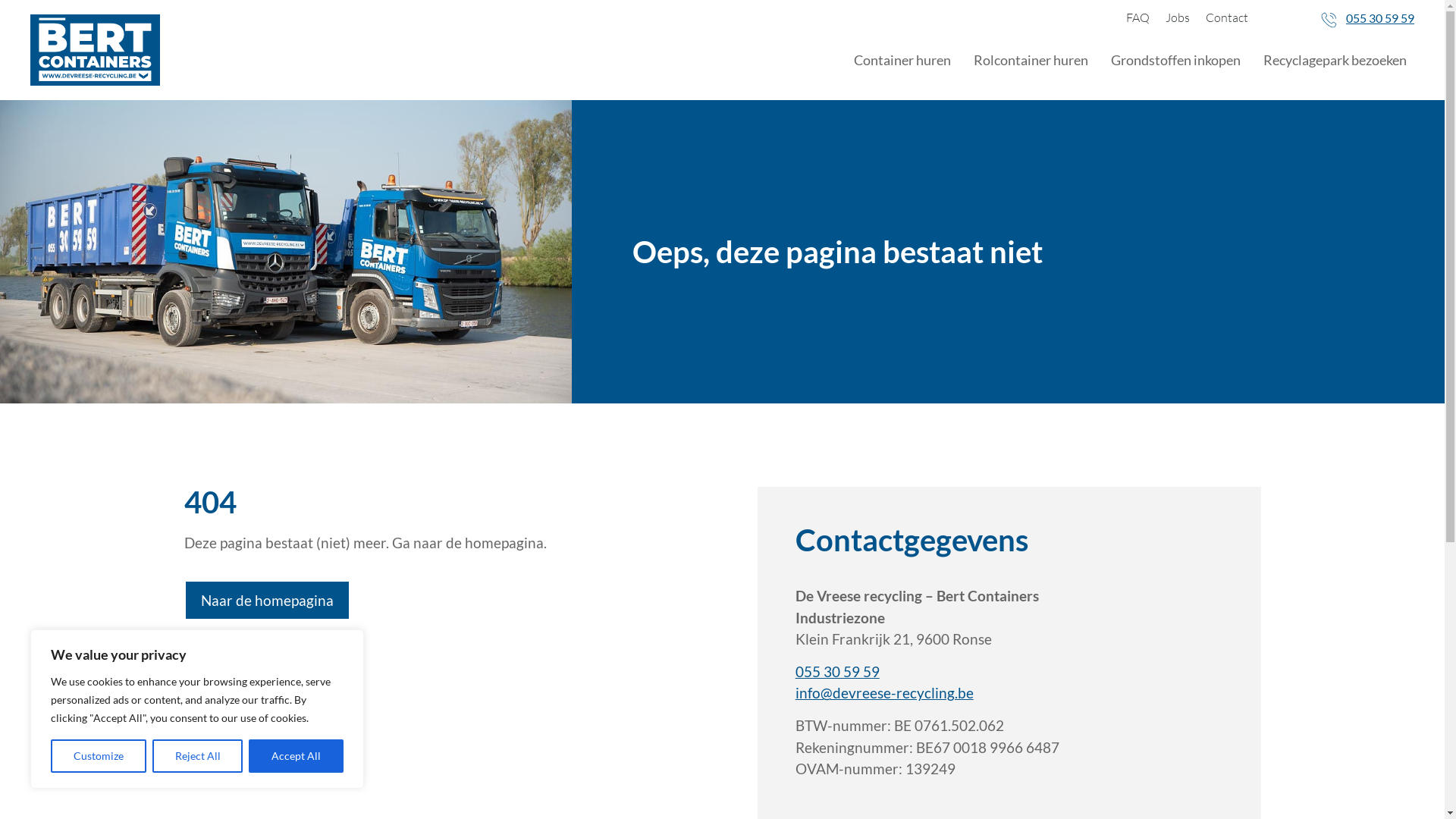 This screenshot has width=1456, height=819. What do you see at coordinates (795, 692) in the screenshot?
I see `'info@devreese-recycling.be'` at bounding box center [795, 692].